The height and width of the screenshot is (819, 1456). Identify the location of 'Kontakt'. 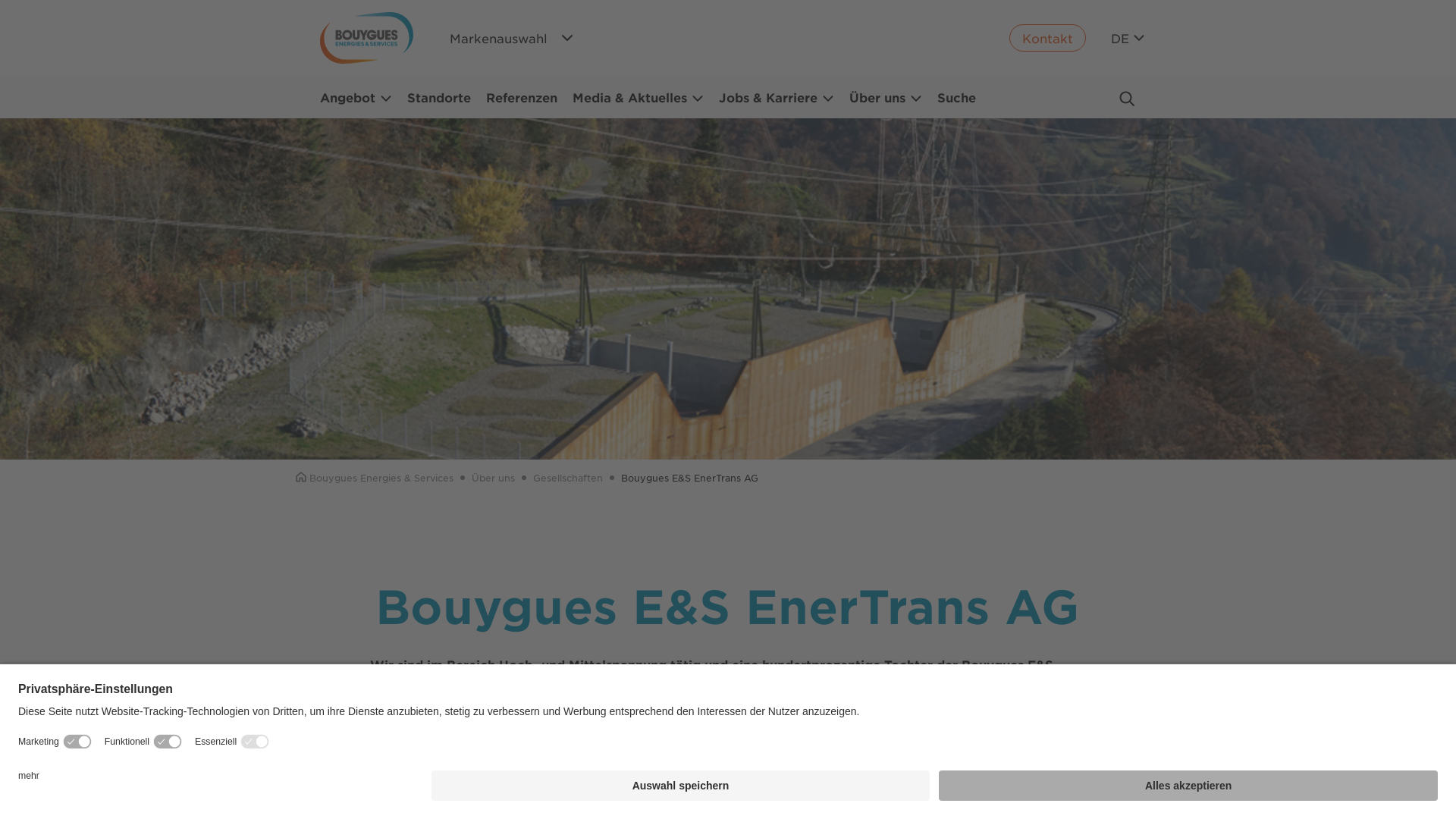
(1046, 37).